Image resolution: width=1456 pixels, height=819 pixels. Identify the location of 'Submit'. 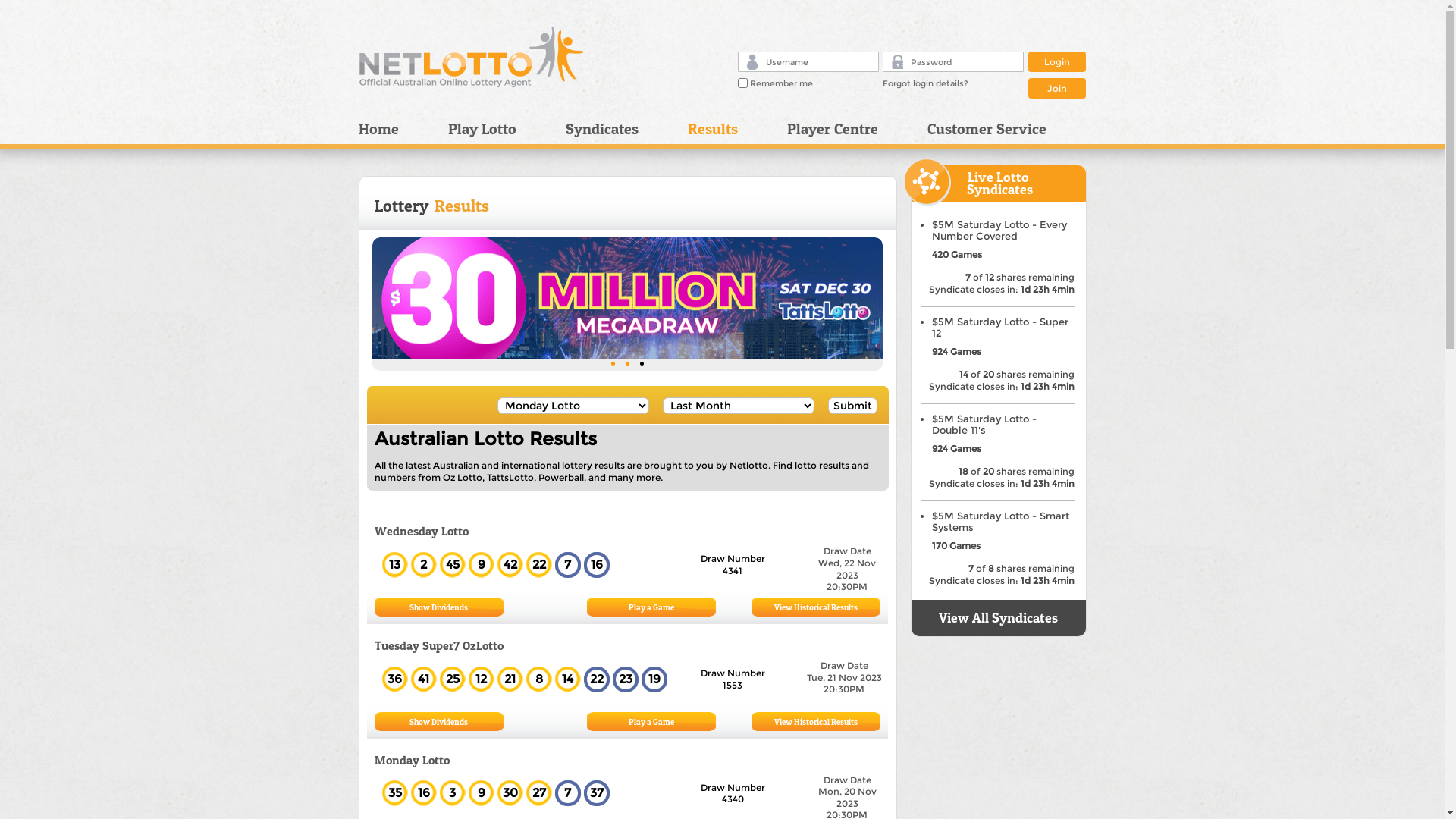
(852, 405).